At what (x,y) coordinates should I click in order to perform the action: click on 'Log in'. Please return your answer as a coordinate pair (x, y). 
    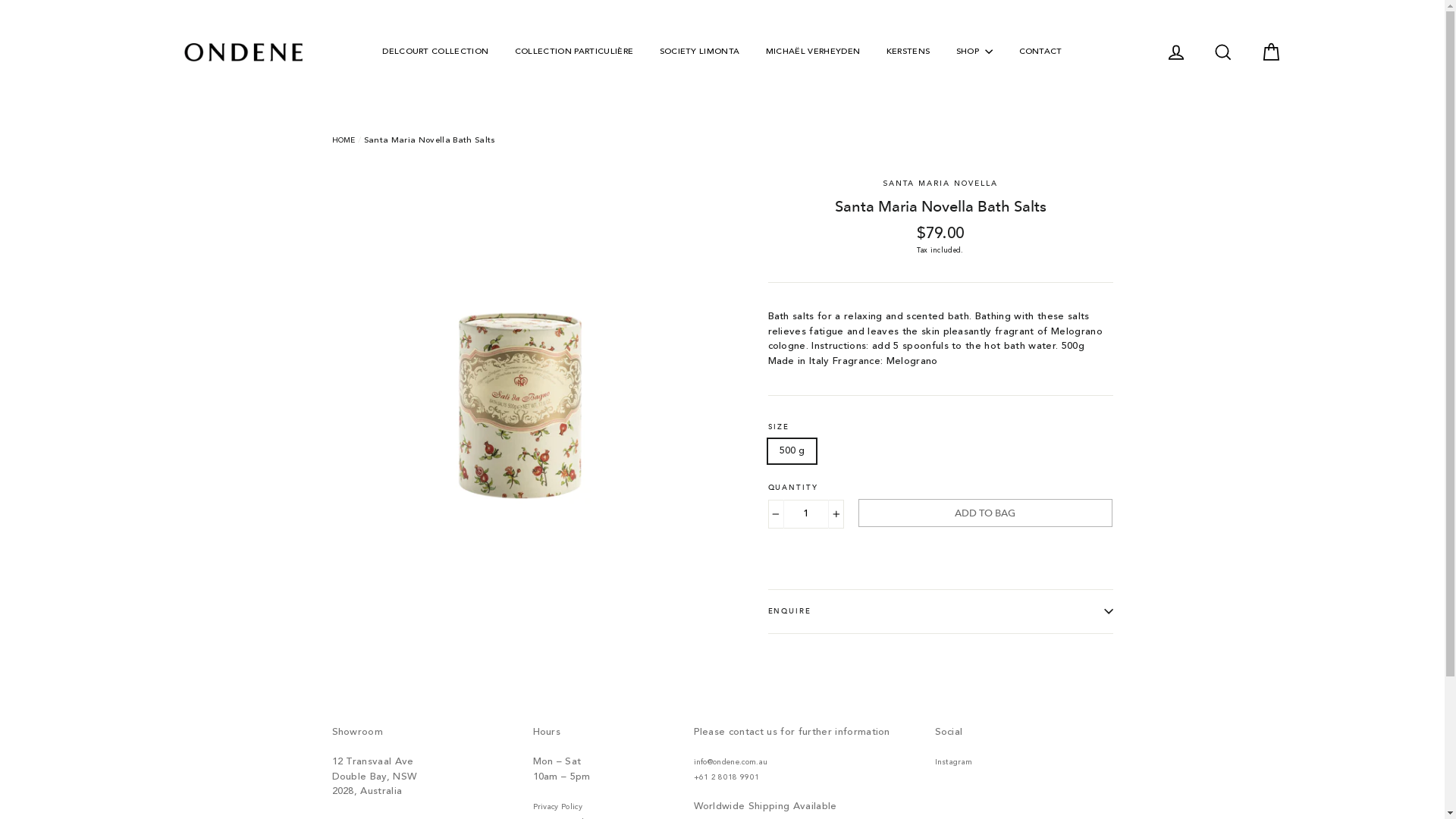
    Looking at the image, I should click on (1175, 52).